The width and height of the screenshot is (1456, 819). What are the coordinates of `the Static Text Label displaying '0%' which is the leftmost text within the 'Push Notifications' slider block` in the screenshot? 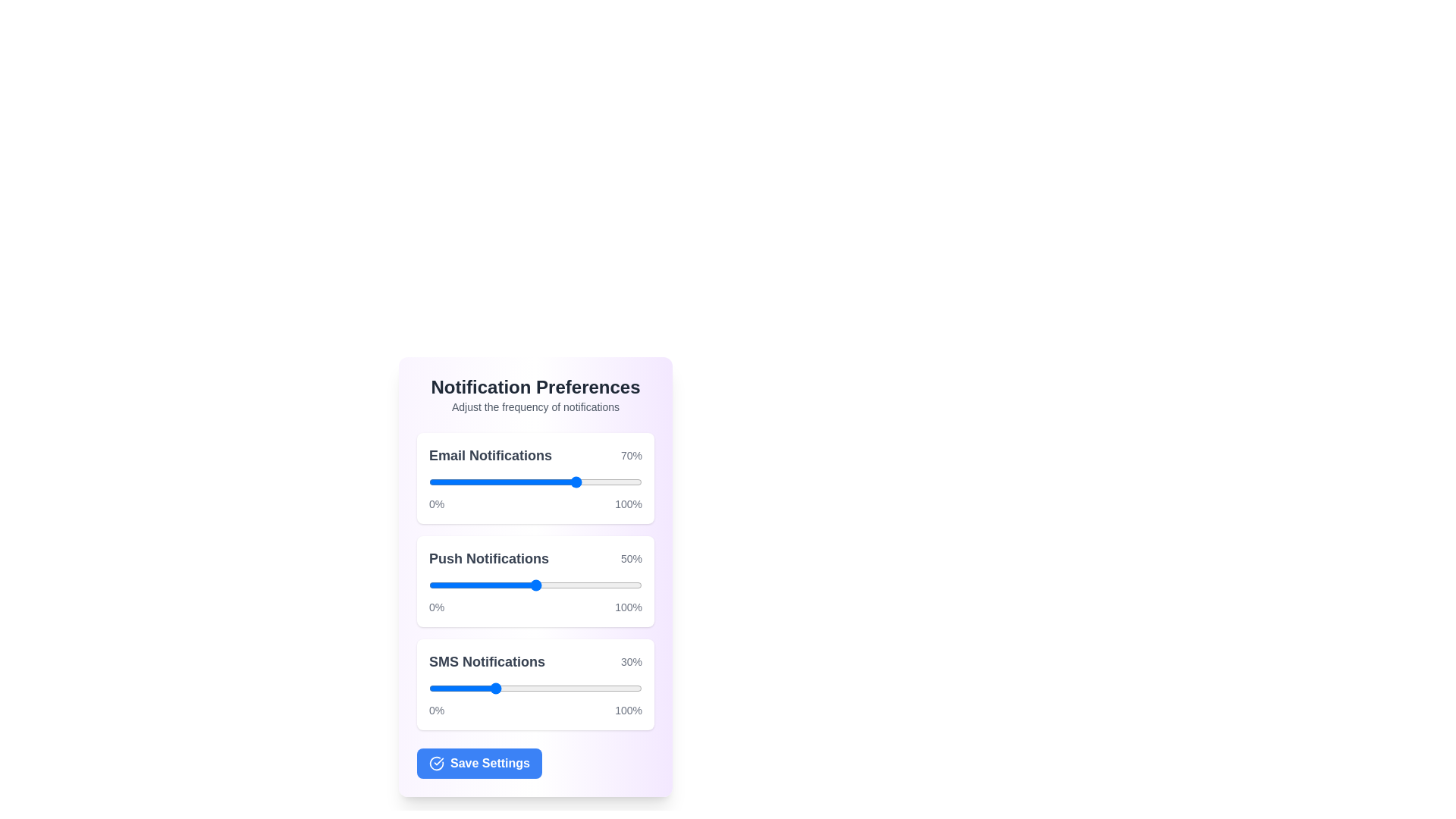 It's located at (436, 607).